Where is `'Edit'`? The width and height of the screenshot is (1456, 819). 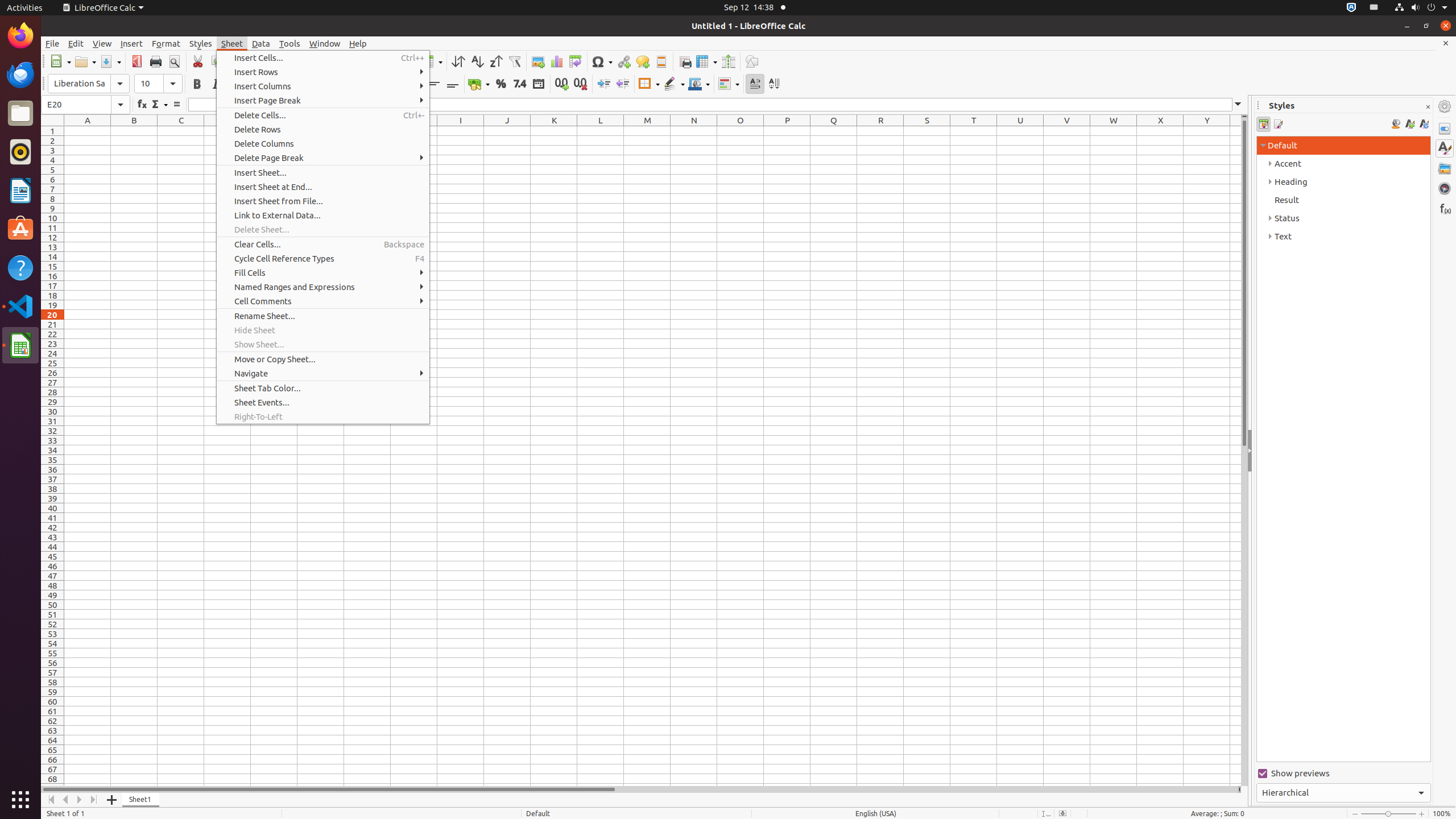 'Edit' is located at coordinates (76, 43).